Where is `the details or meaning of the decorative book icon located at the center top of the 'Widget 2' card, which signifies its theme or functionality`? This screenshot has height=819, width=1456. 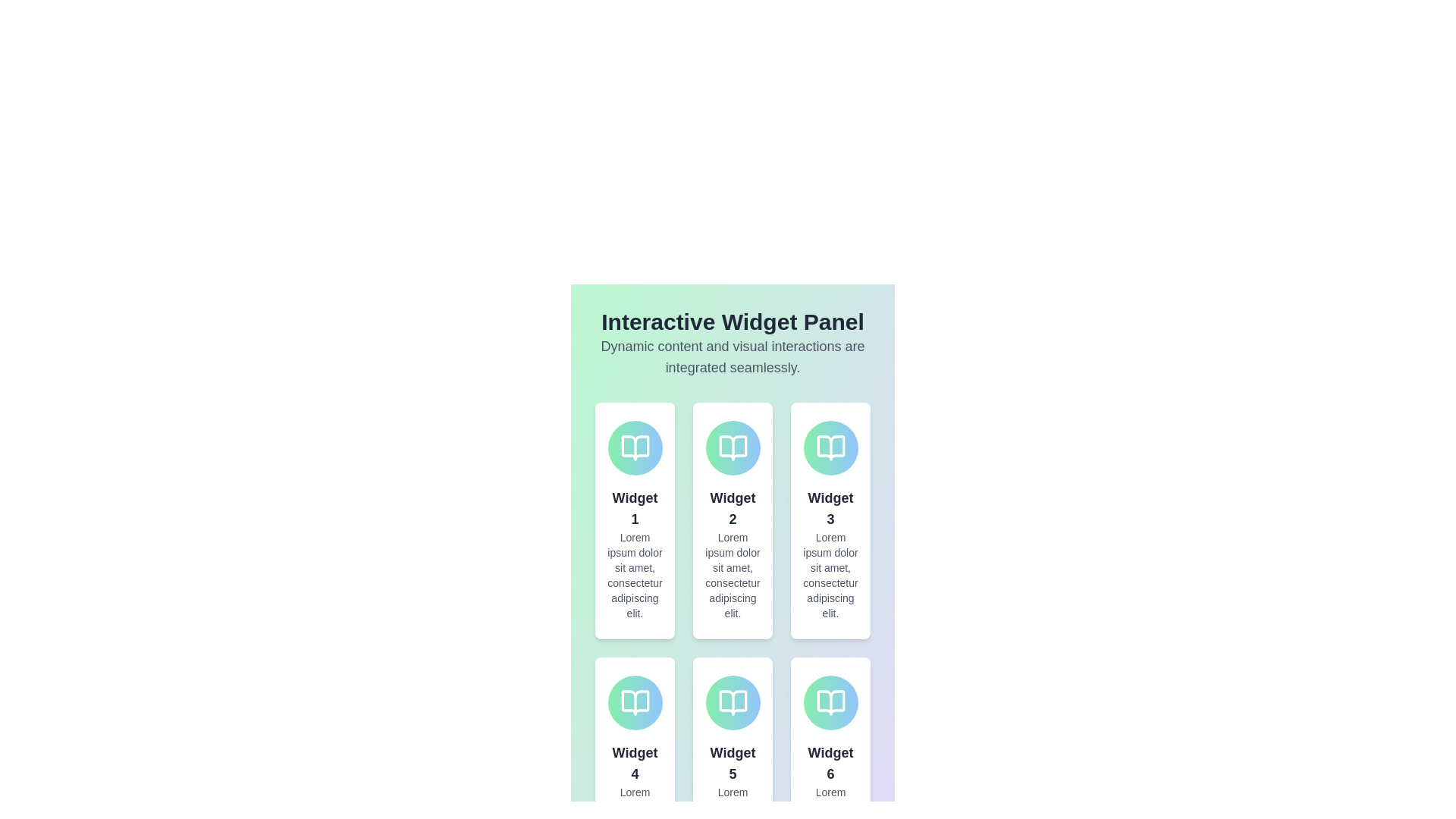 the details or meaning of the decorative book icon located at the center top of the 'Widget 2' card, which signifies its theme or functionality is located at coordinates (733, 447).